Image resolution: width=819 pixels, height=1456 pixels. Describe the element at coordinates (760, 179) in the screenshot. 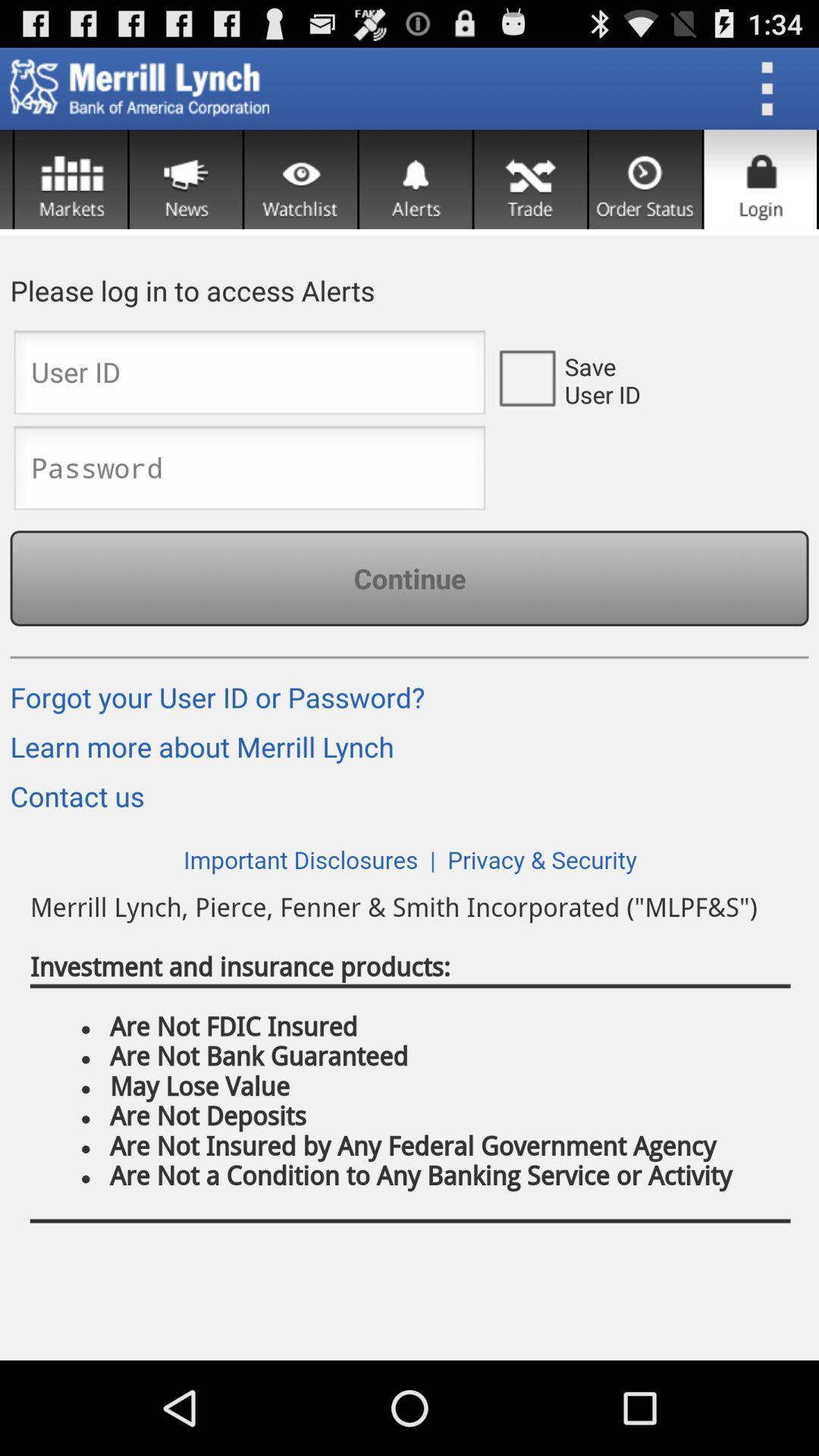

I see `login syumpol` at that location.